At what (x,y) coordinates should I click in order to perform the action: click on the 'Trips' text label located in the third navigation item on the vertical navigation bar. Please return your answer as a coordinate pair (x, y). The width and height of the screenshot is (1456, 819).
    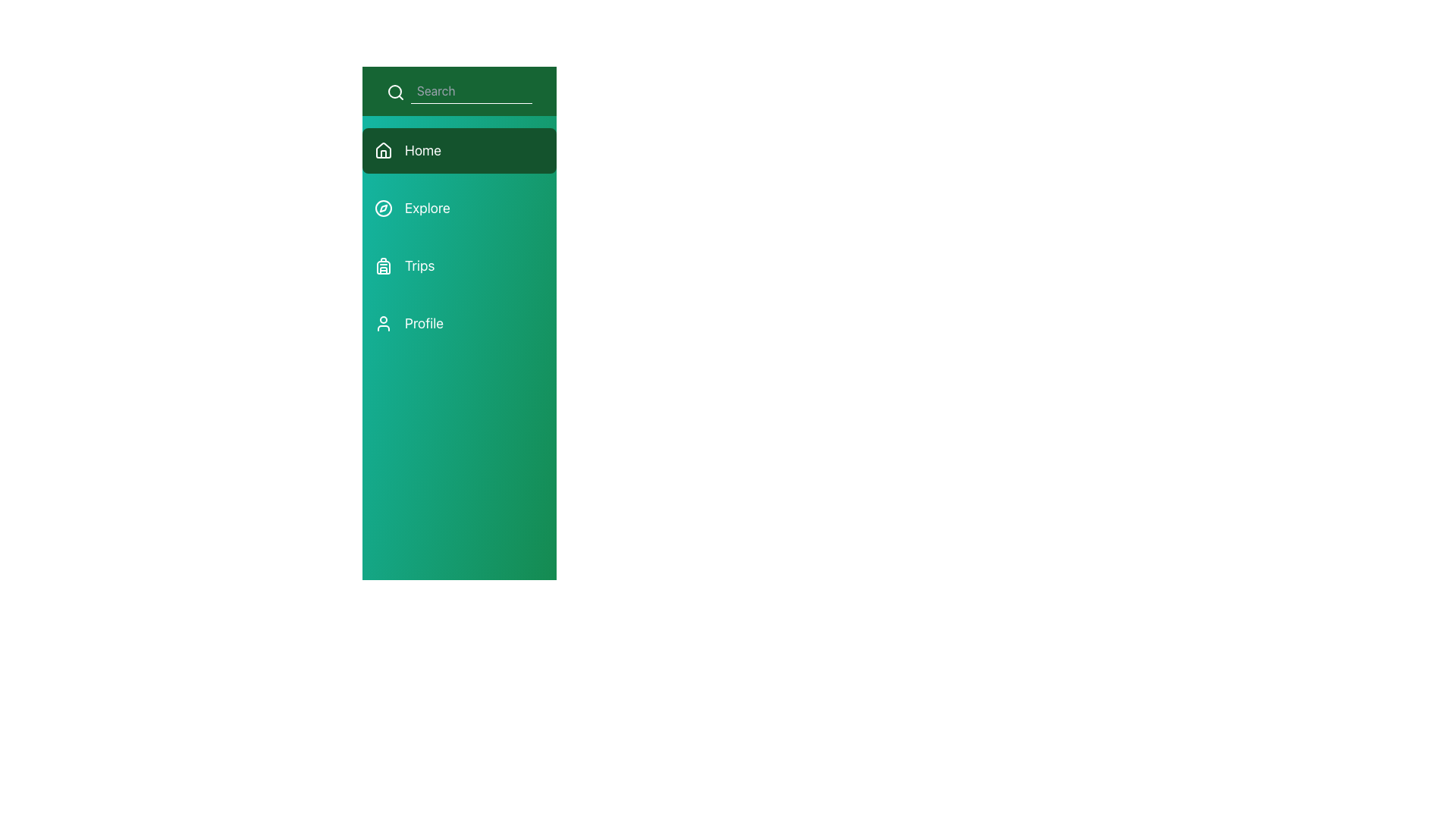
    Looking at the image, I should click on (419, 265).